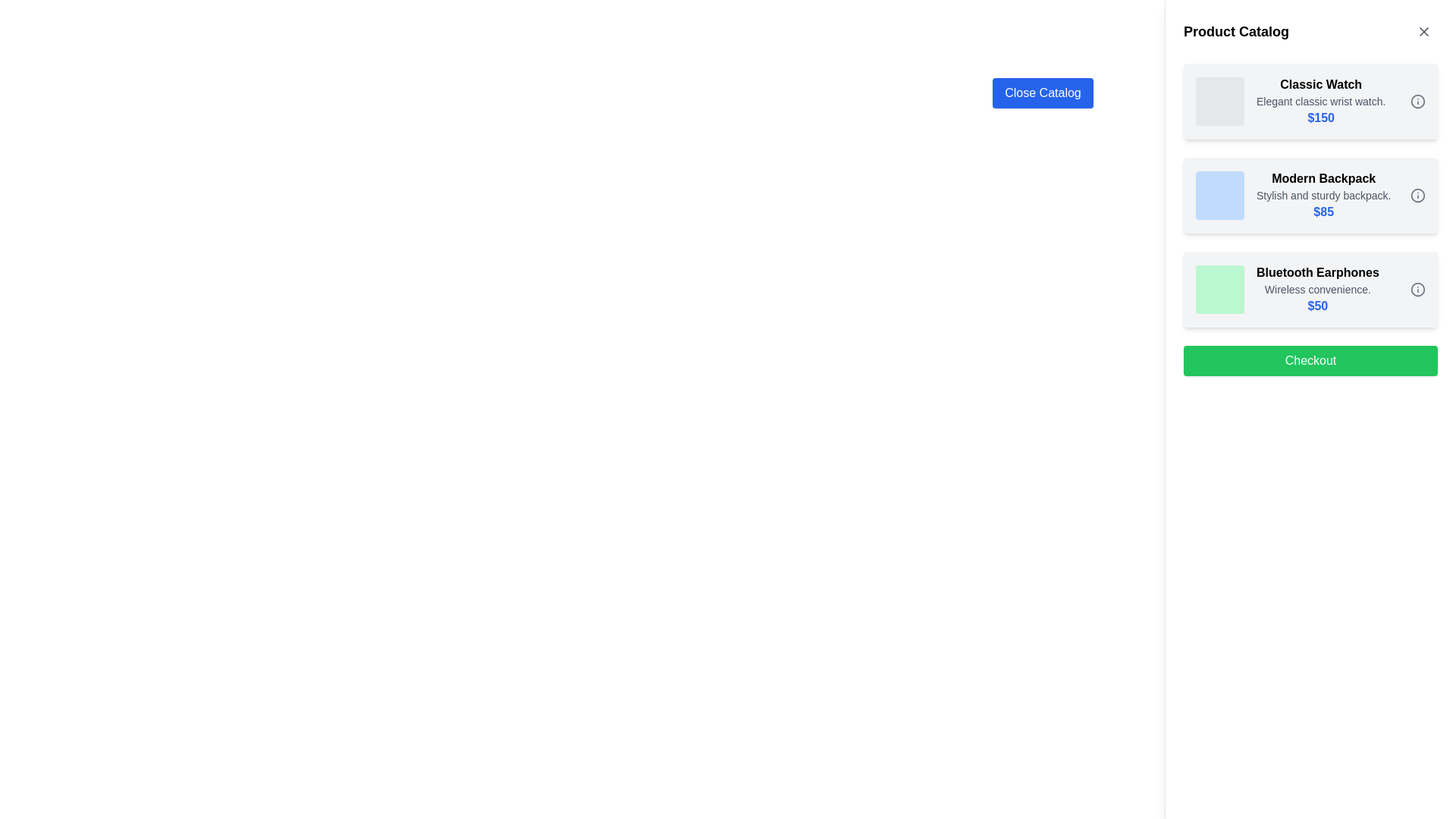 The height and width of the screenshot is (819, 1456). Describe the element at coordinates (1423, 32) in the screenshot. I see `the close button styled as a circular icon located at the top-right corner of the 'Product Catalog' section to dismiss the interface component` at that location.